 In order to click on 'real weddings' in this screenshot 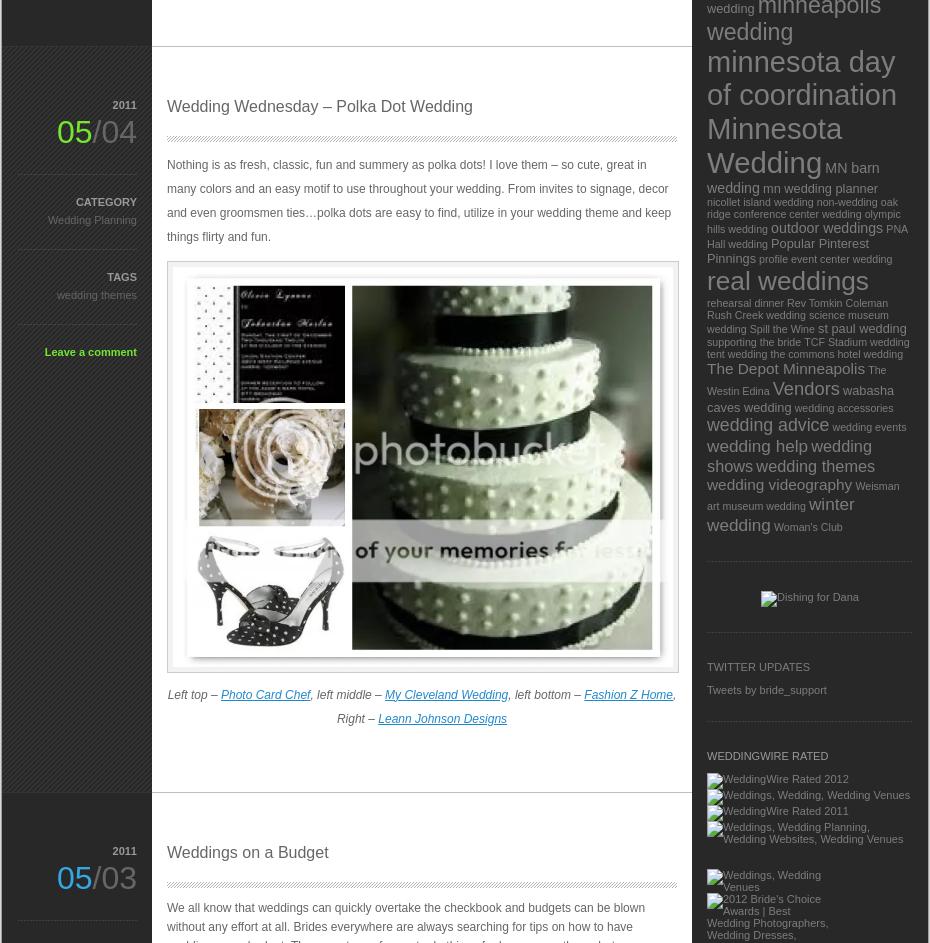, I will do `click(786, 280)`.